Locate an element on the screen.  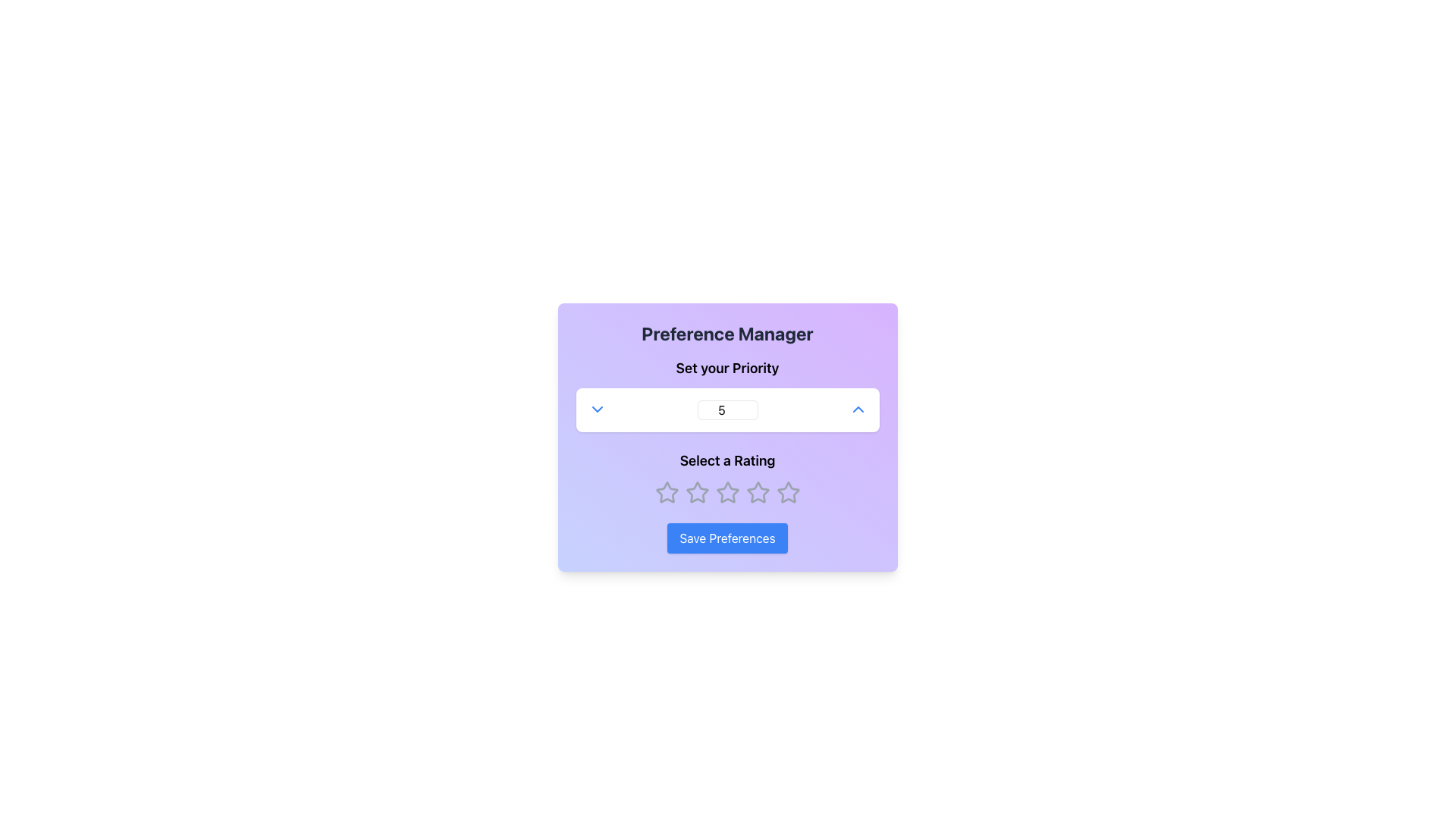
the Header that instructs the user to select a rating, positioned below the 'Set your Priority' dropdown and above the row of star icons is located at coordinates (726, 460).